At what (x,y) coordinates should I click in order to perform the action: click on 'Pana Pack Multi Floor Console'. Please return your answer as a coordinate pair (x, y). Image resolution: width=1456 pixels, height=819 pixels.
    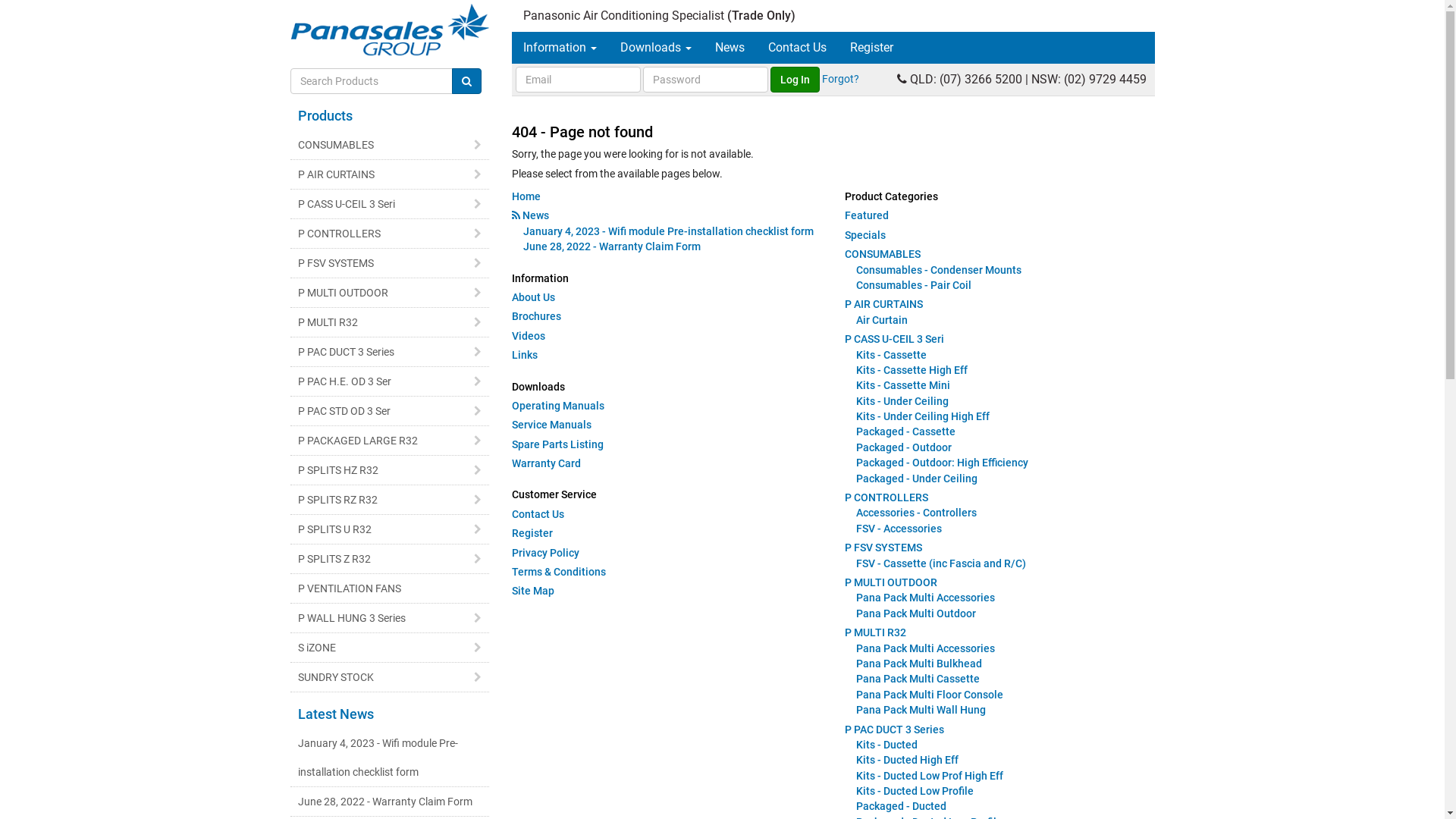
    Looking at the image, I should click on (928, 694).